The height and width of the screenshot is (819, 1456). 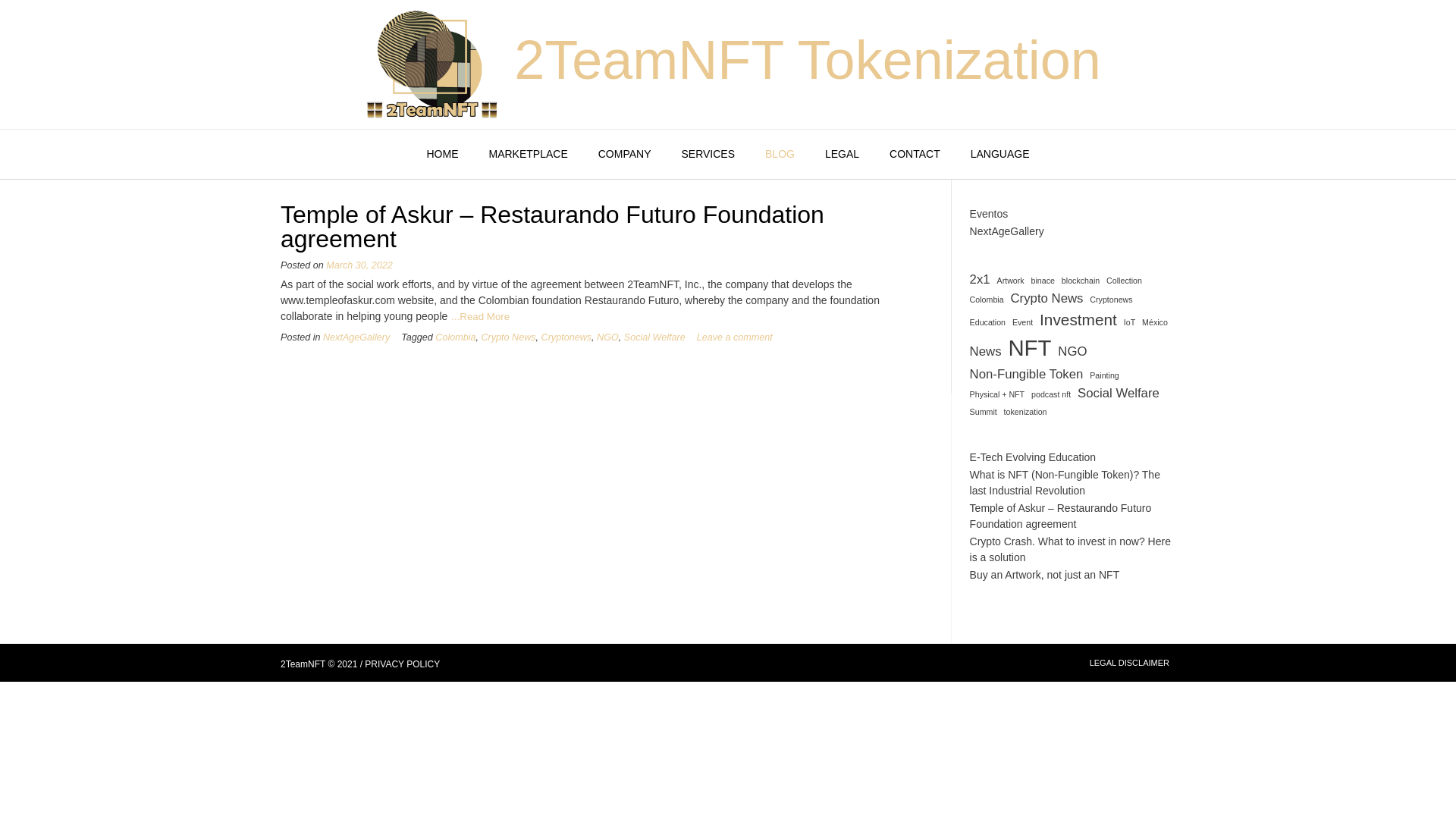 What do you see at coordinates (1029, 348) in the screenshot?
I see `'NFT'` at bounding box center [1029, 348].